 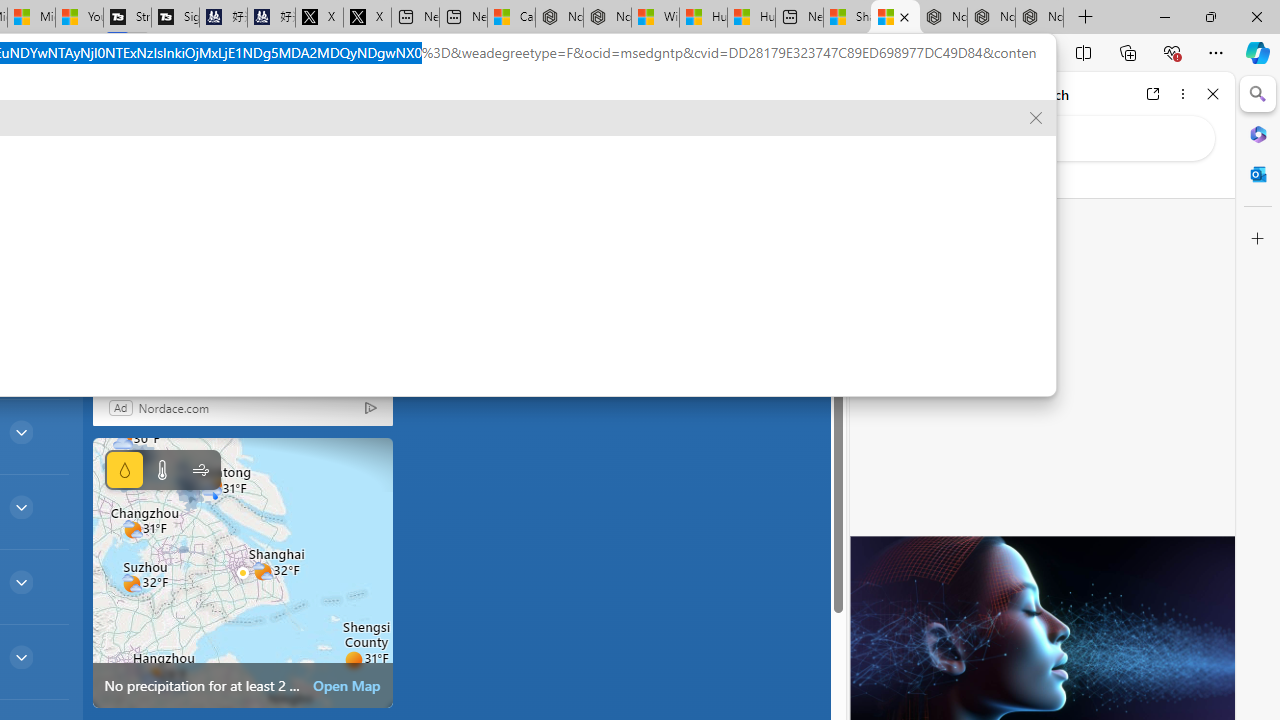 What do you see at coordinates (1036, 118) in the screenshot?
I see `'Remove suggestion'` at bounding box center [1036, 118].